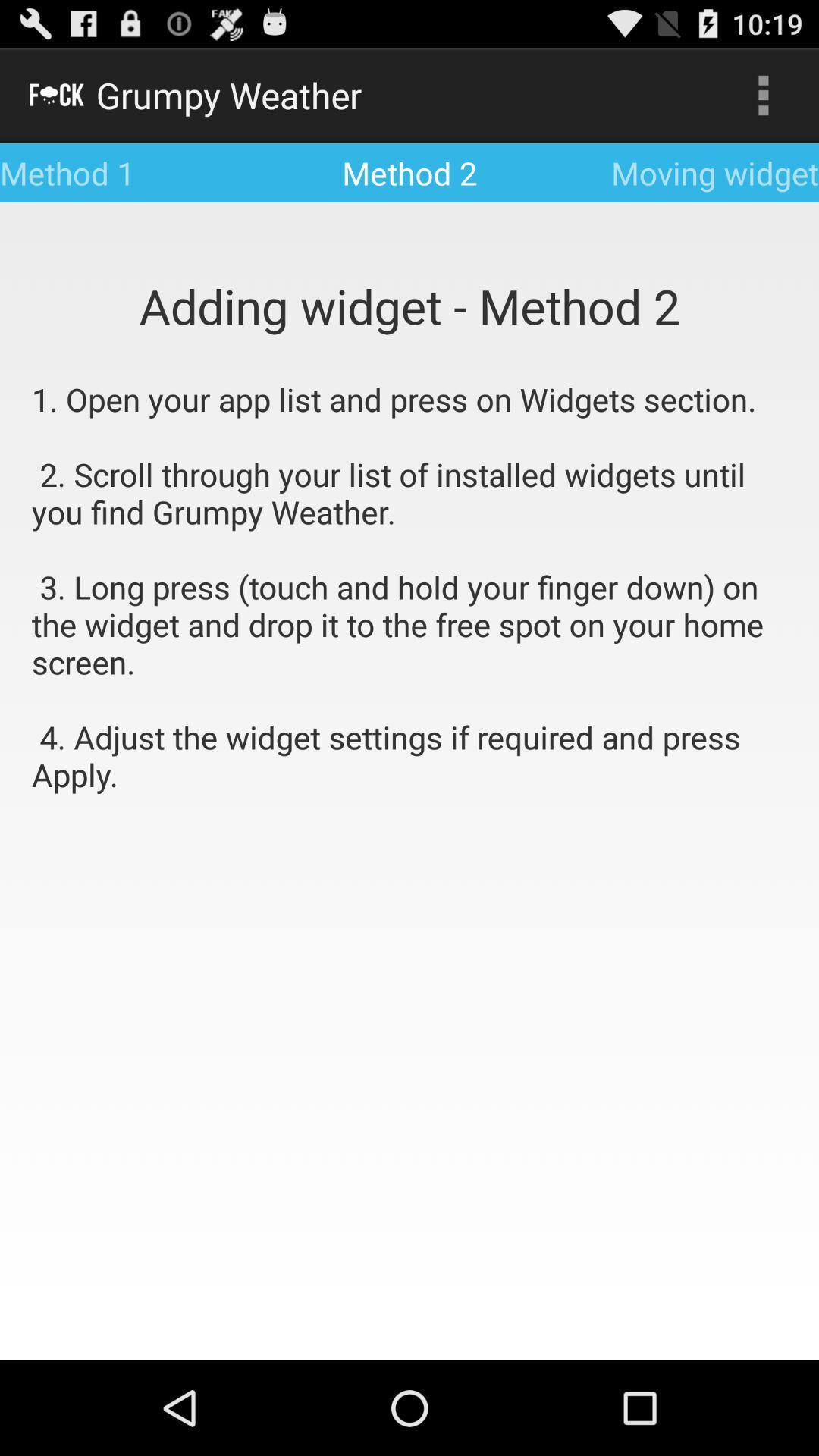 Image resolution: width=819 pixels, height=1456 pixels. I want to click on icon above the moving widget app, so click(763, 94).